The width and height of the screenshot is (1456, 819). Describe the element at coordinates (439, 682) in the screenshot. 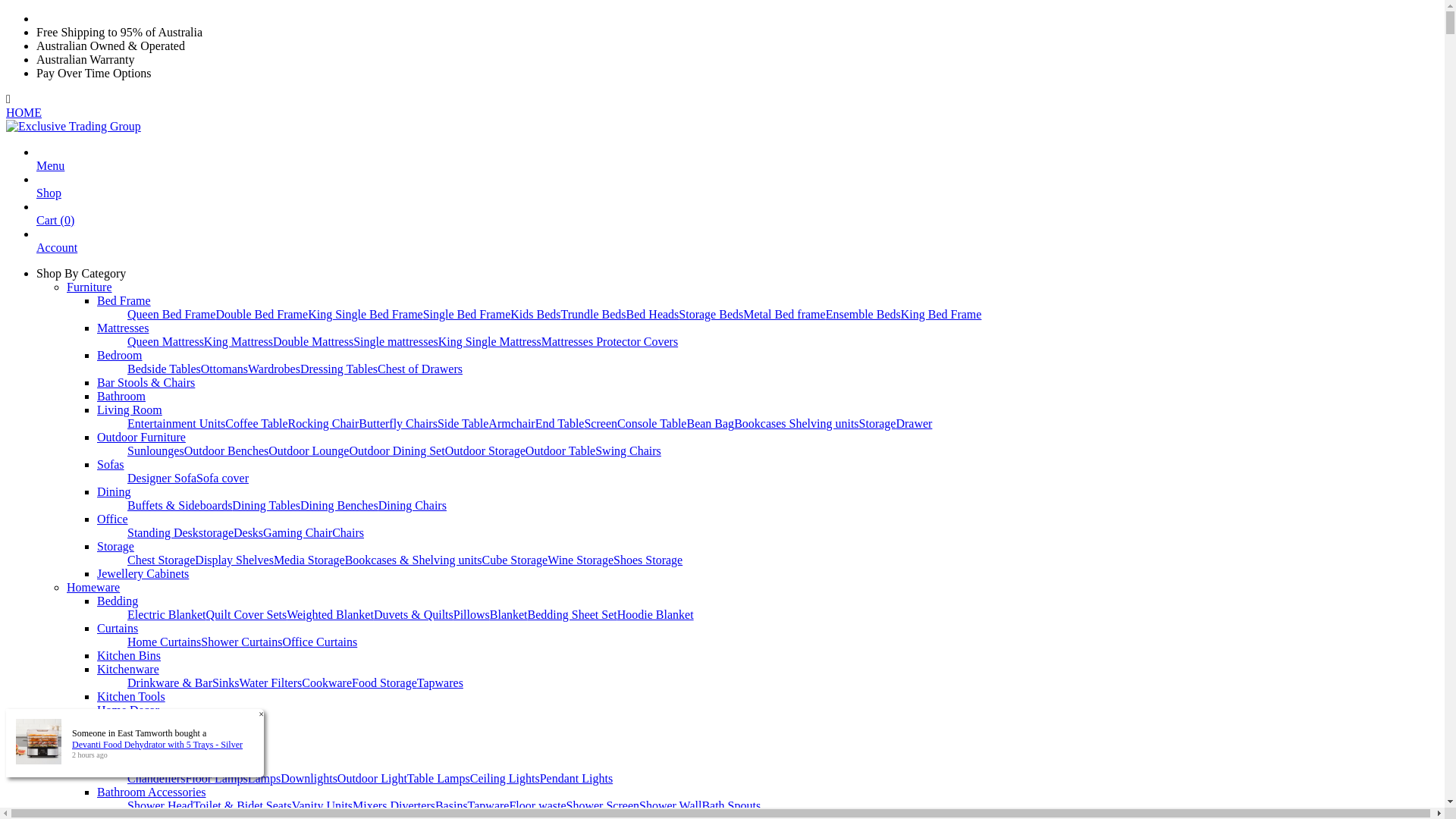

I see `'Tapwares'` at that location.